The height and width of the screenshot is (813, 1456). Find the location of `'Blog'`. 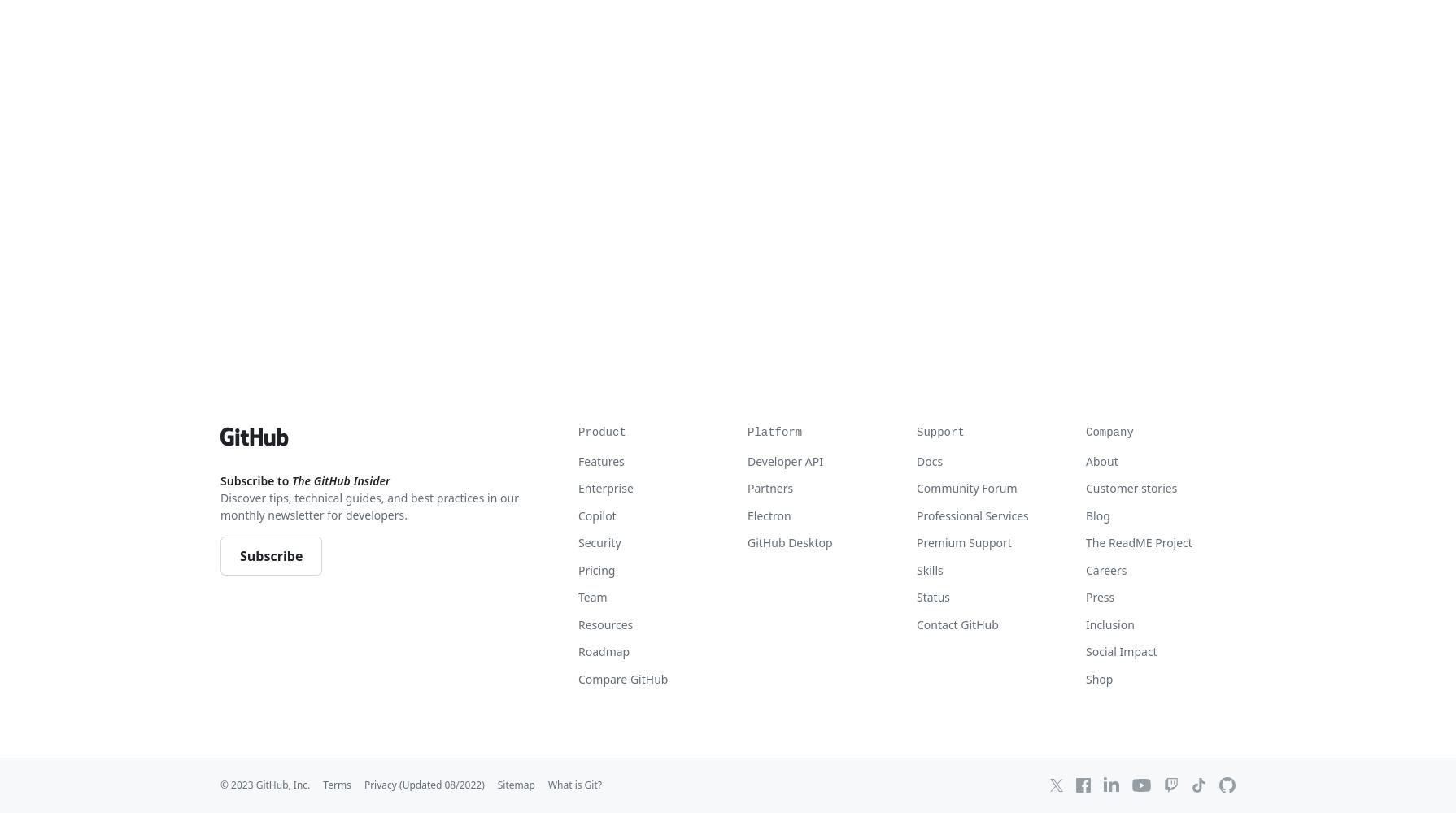

'Blog' is located at coordinates (1096, 515).